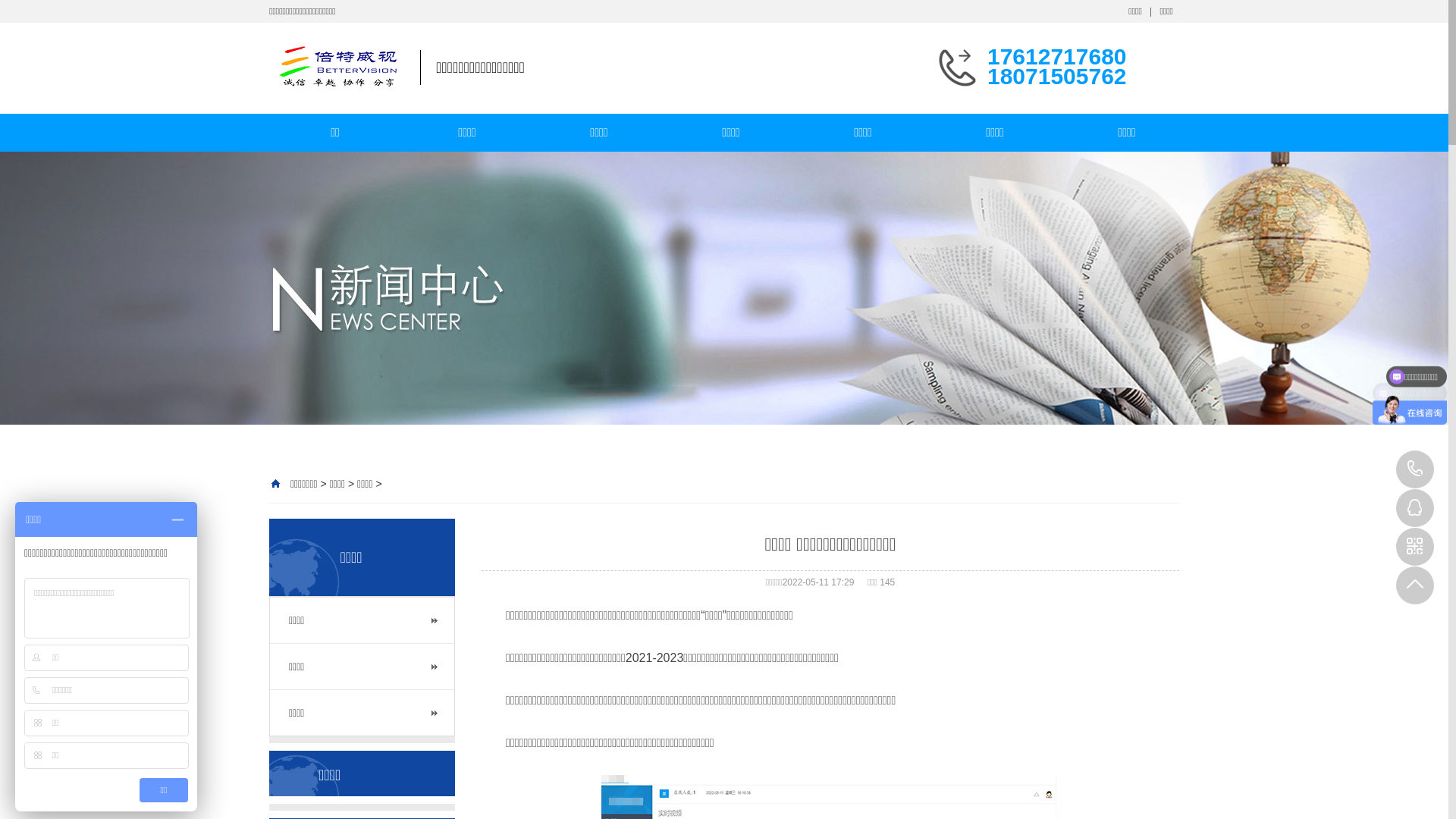  What do you see at coordinates (1414, 468) in the screenshot?
I see `'17612717680'` at bounding box center [1414, 468].